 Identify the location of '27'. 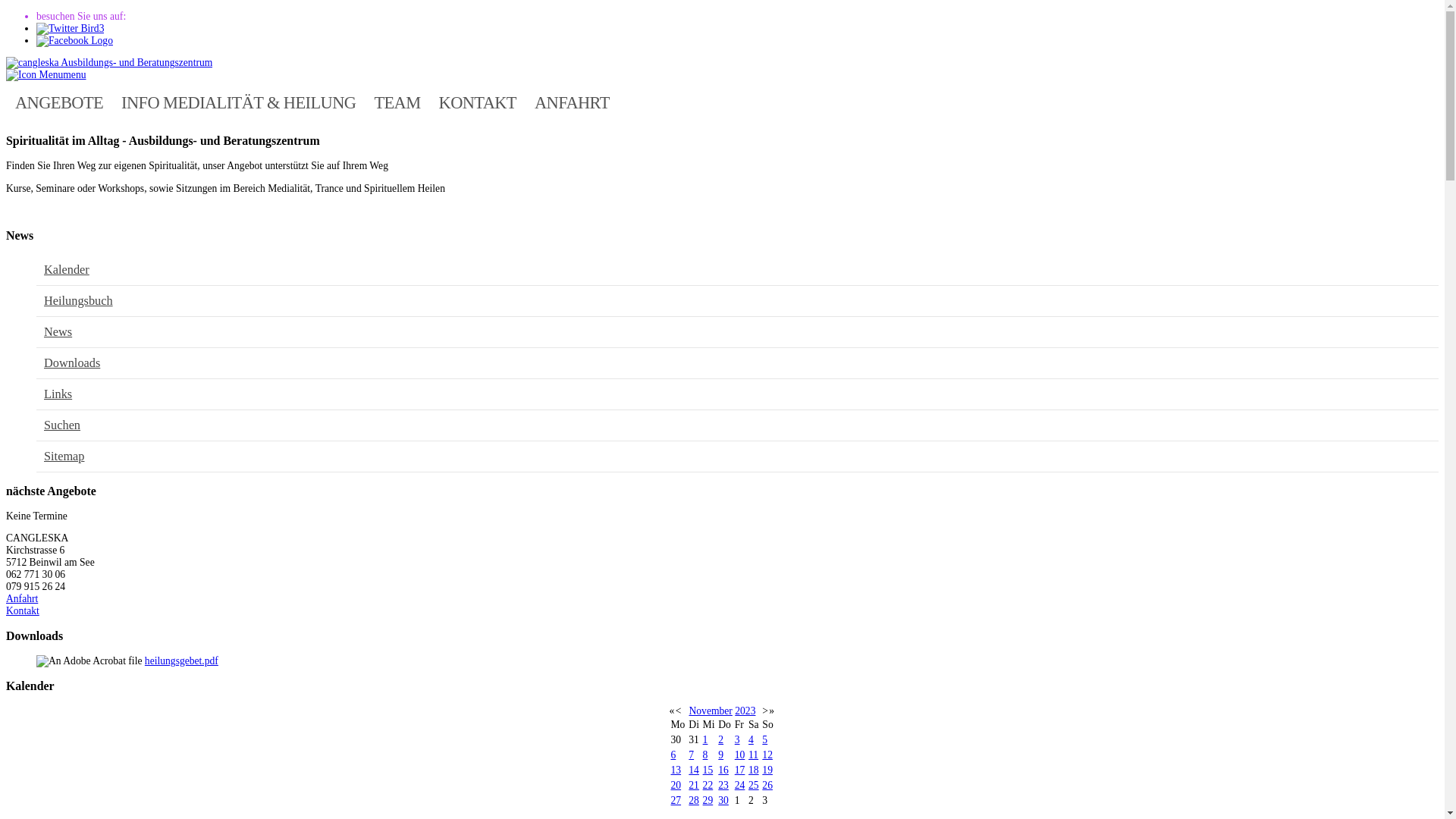
(675, 799).